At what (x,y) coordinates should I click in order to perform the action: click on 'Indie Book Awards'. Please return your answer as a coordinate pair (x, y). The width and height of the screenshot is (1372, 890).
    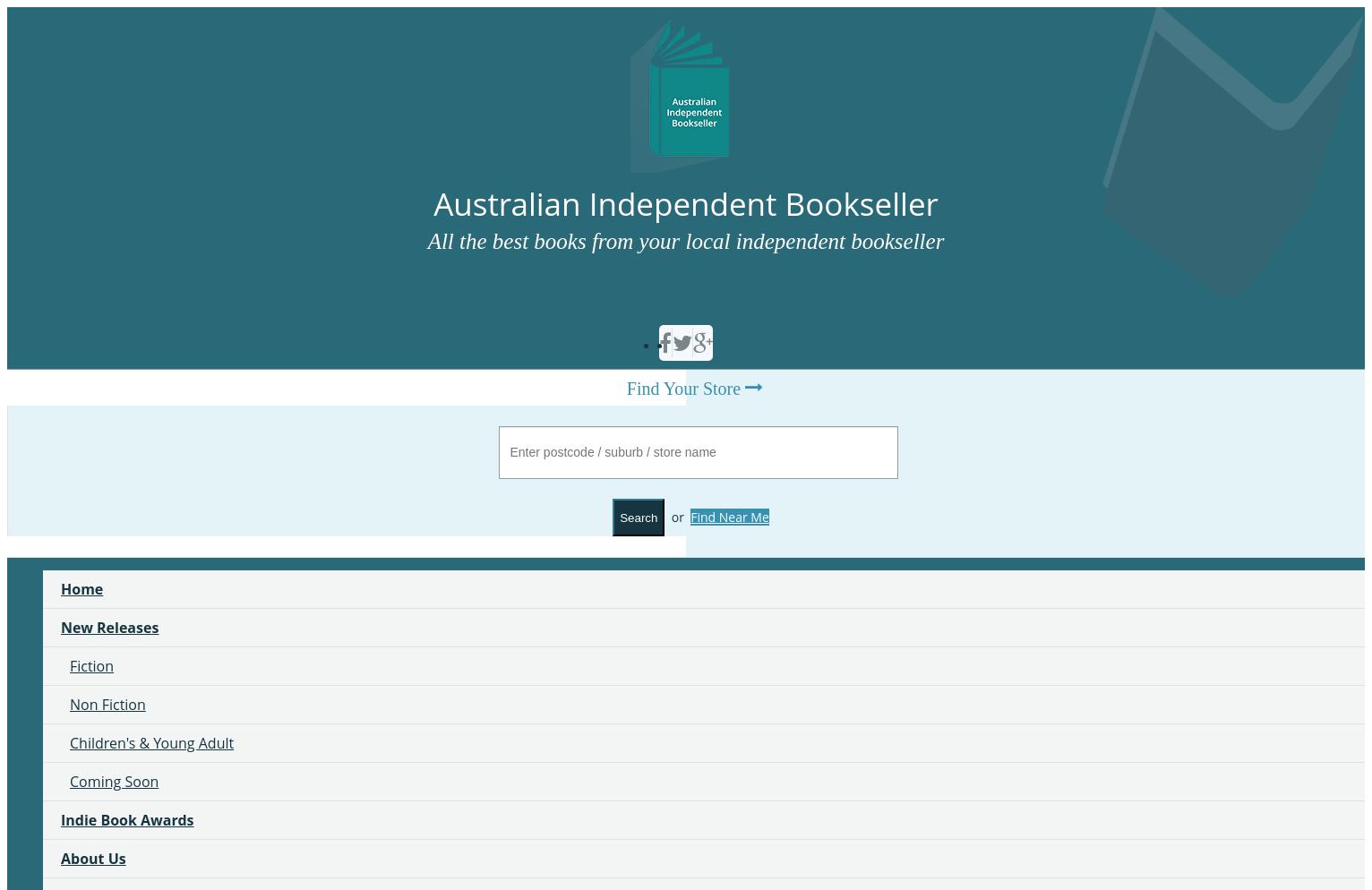
    Looking at the image, I should click on (61, 817).